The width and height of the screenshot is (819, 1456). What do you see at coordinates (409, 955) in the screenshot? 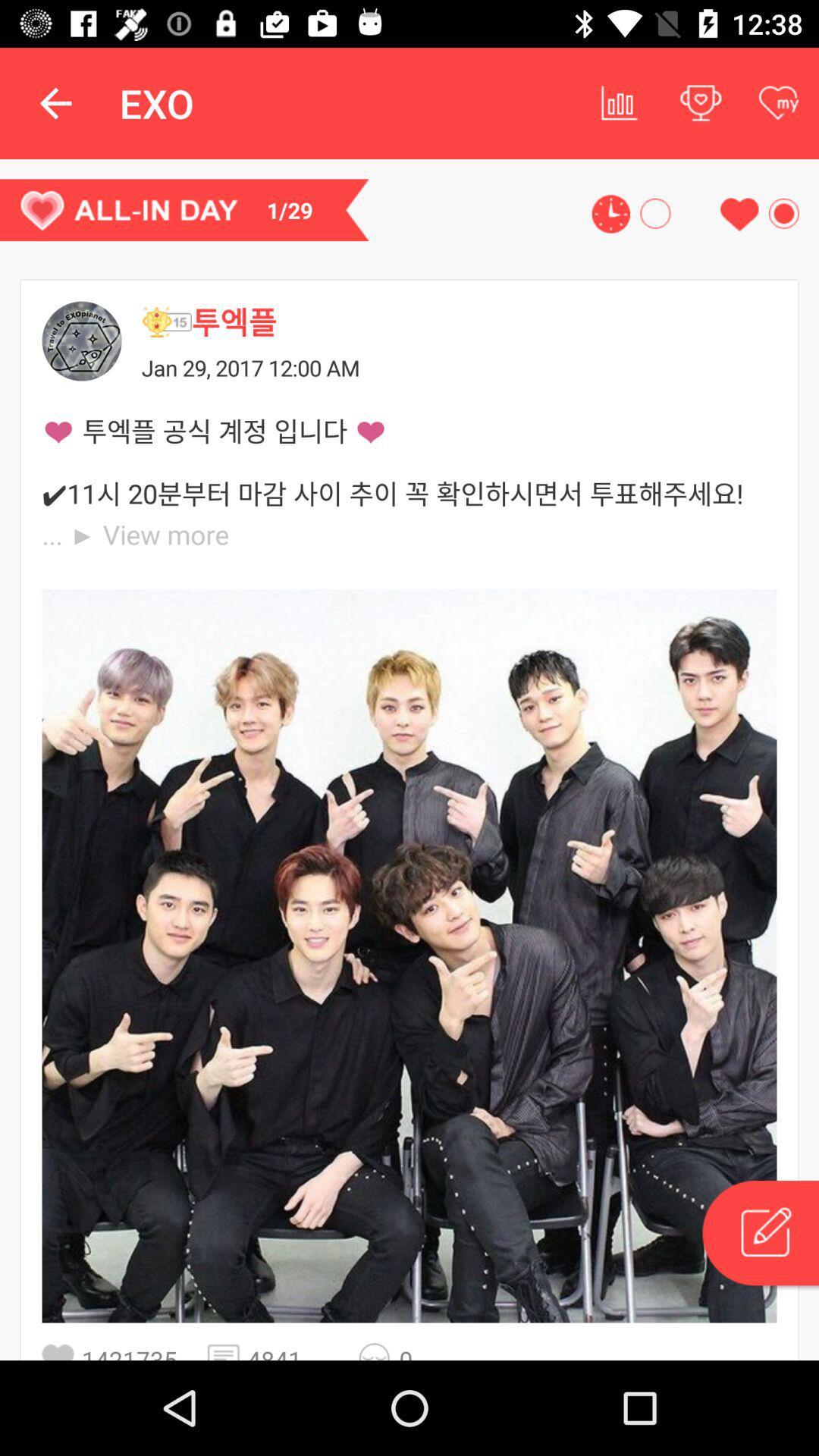
I see `enlarge picture` at bounding box center [409, 955].